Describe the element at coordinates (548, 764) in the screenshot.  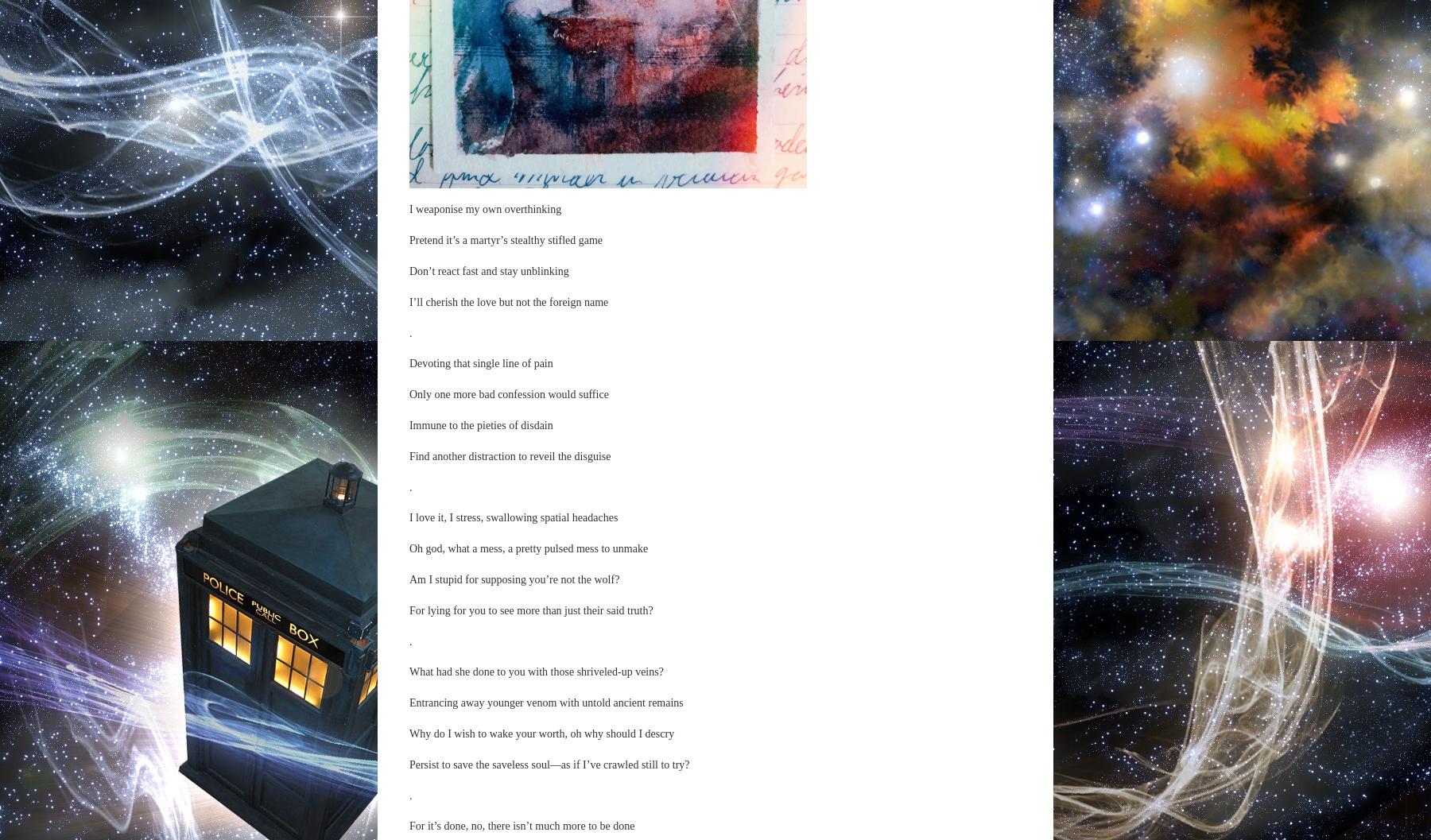
I see `'Persist to save the saveless soul—as if I’ve crawled still to try?'` at that location.